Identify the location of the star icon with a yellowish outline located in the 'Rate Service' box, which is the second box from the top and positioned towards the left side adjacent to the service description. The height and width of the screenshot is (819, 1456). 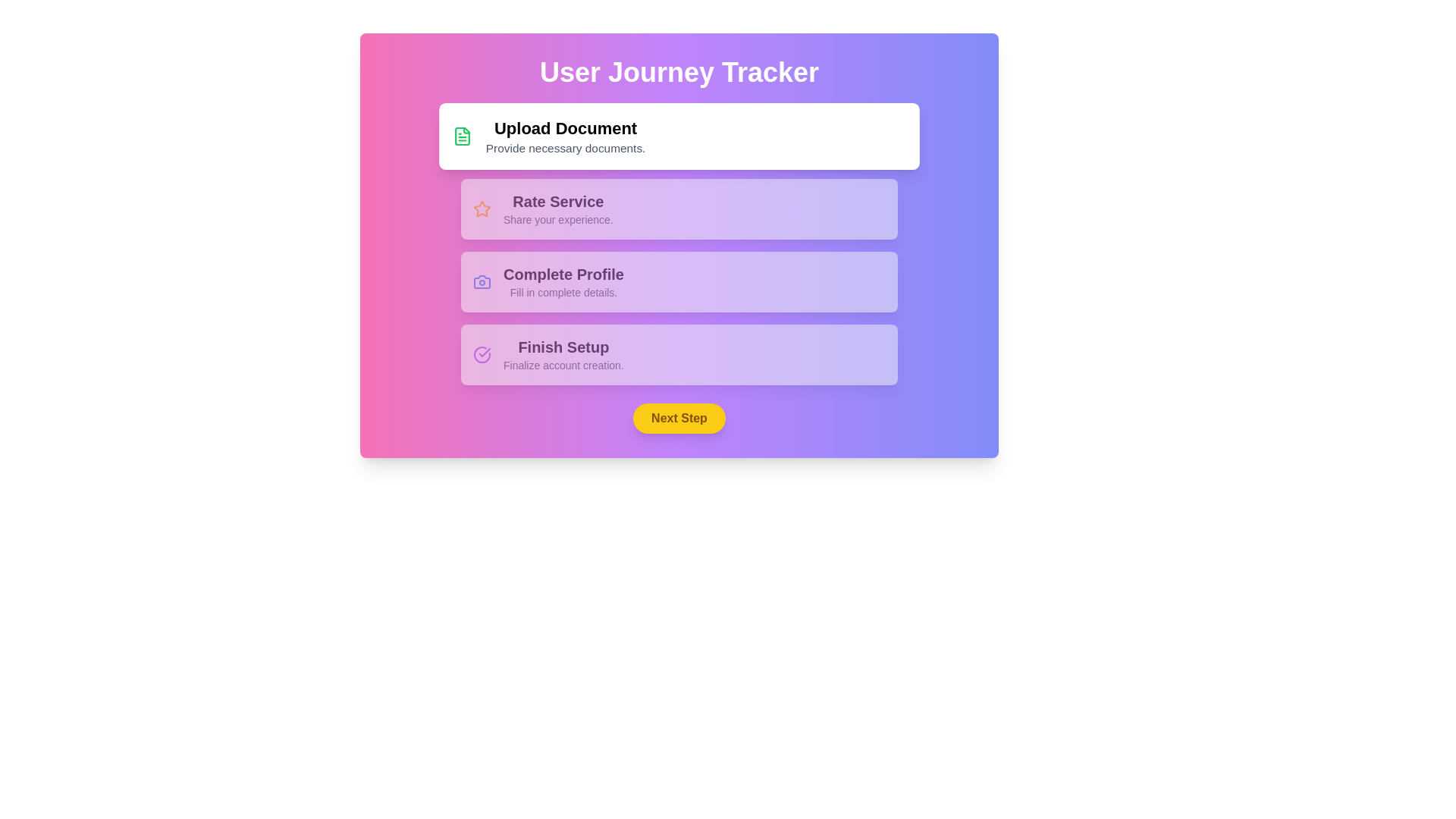
(481, 209).